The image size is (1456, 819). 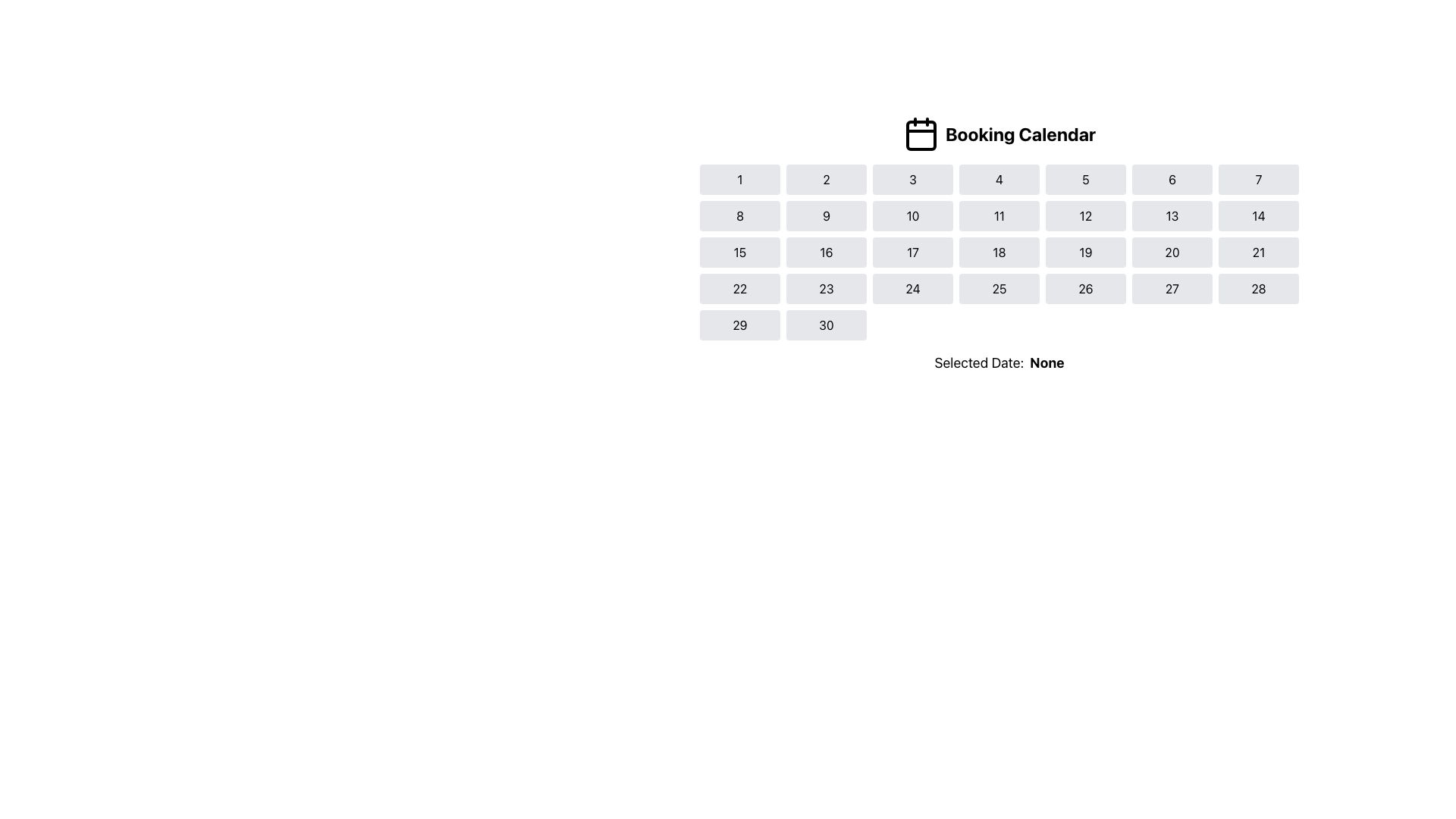 What do you see at coordinates (1171, 289) in the screenshot?
I see `the button displaying the number '27' with a light gray background` at bounding box center [1171, 289].